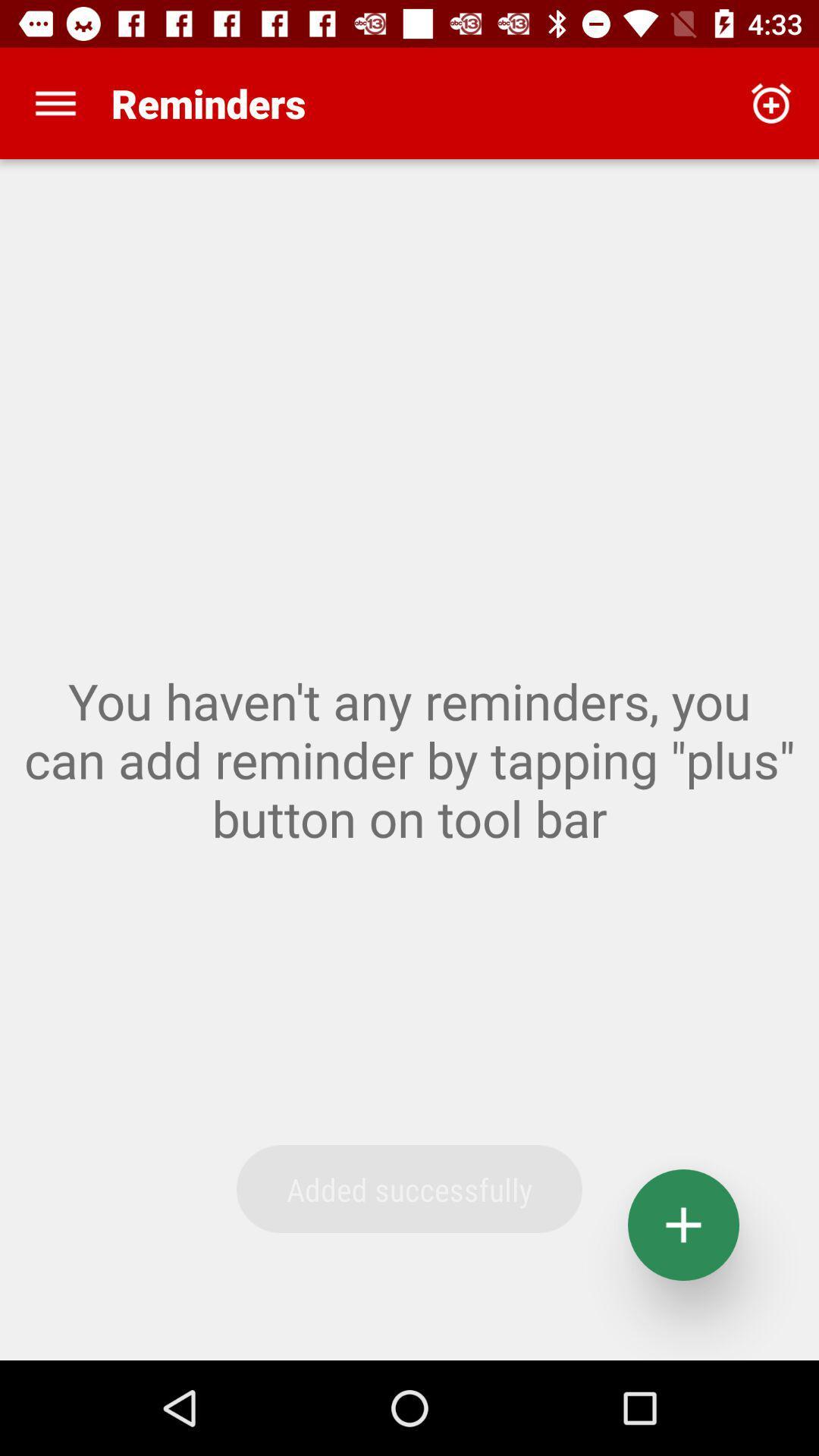 The height and width of the screenshot is (1456, 819). What do you see at coordinates (55, 102) in the screenshot?
I see `item next to the reminders icon` at bounding box center [55, 102].